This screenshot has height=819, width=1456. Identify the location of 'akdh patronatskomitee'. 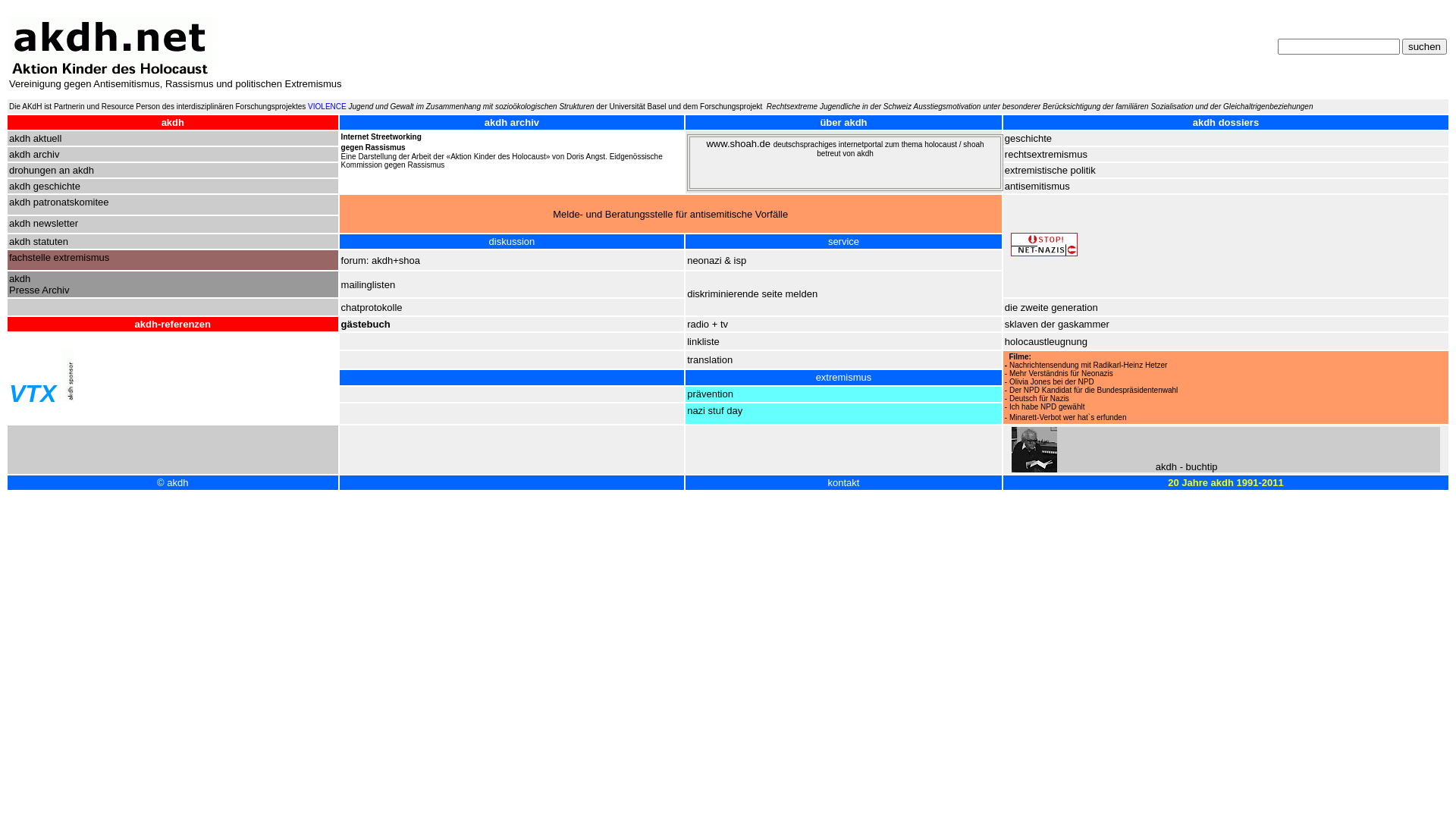
(58, 201).